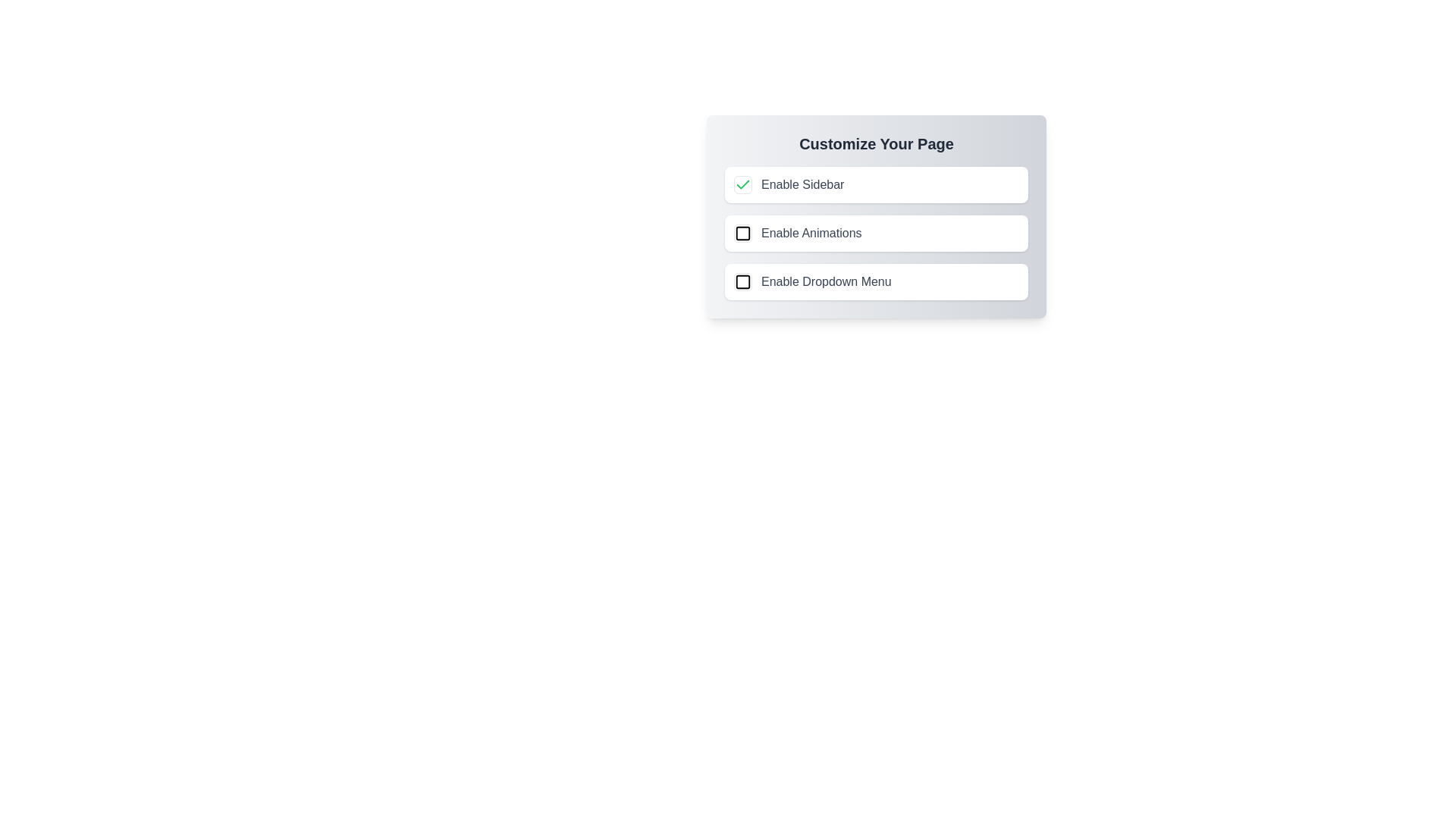 The width and height of the screenshot is (1456, 819). Describe the element at coordinates (877, 281) in the screenshot. I see `the checkbox labeled as the third option in the settings list under 'Customize Your Page'` at that location.